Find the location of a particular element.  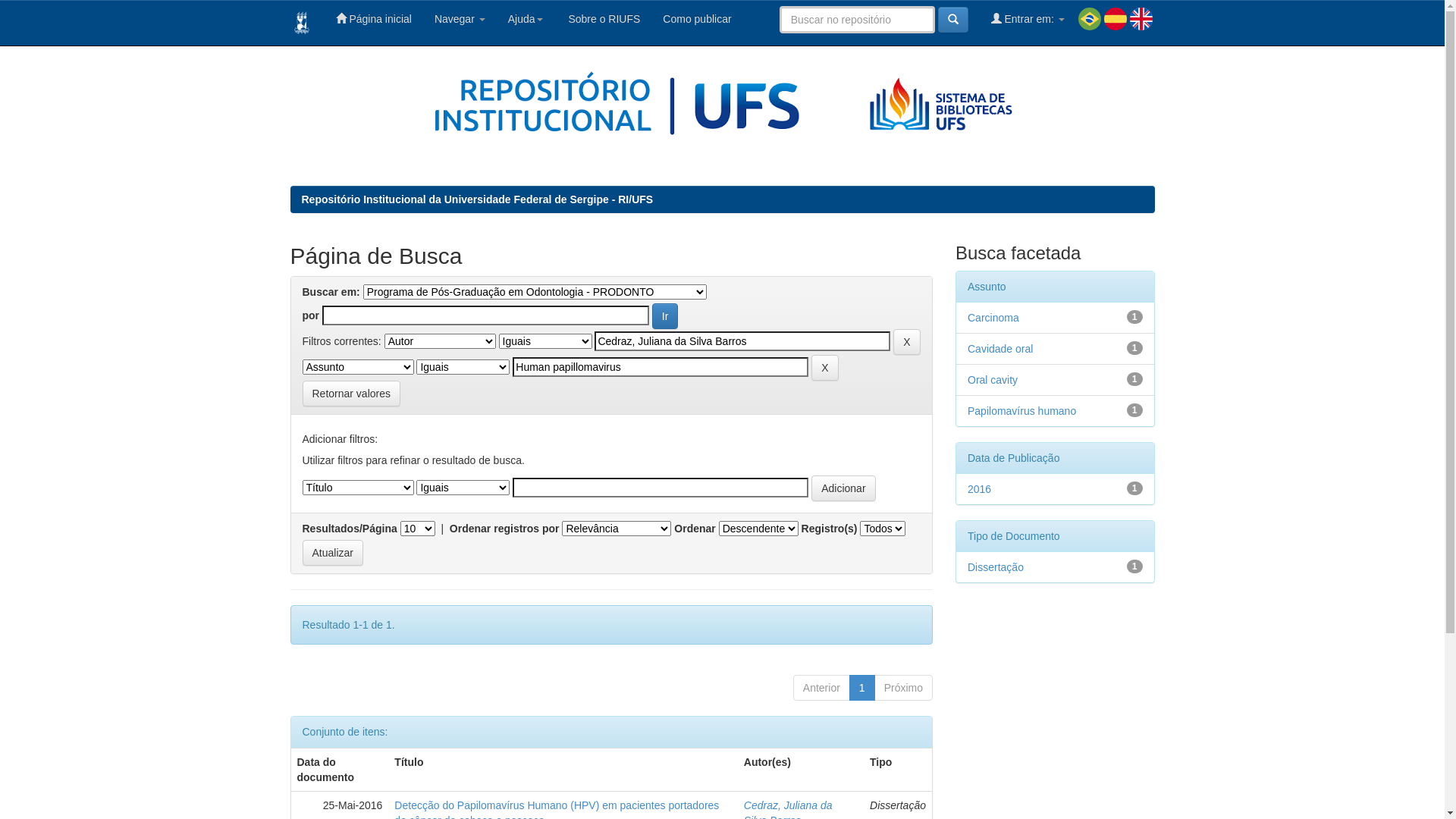

'Retornar valores' is located at coordinates (350, 393).